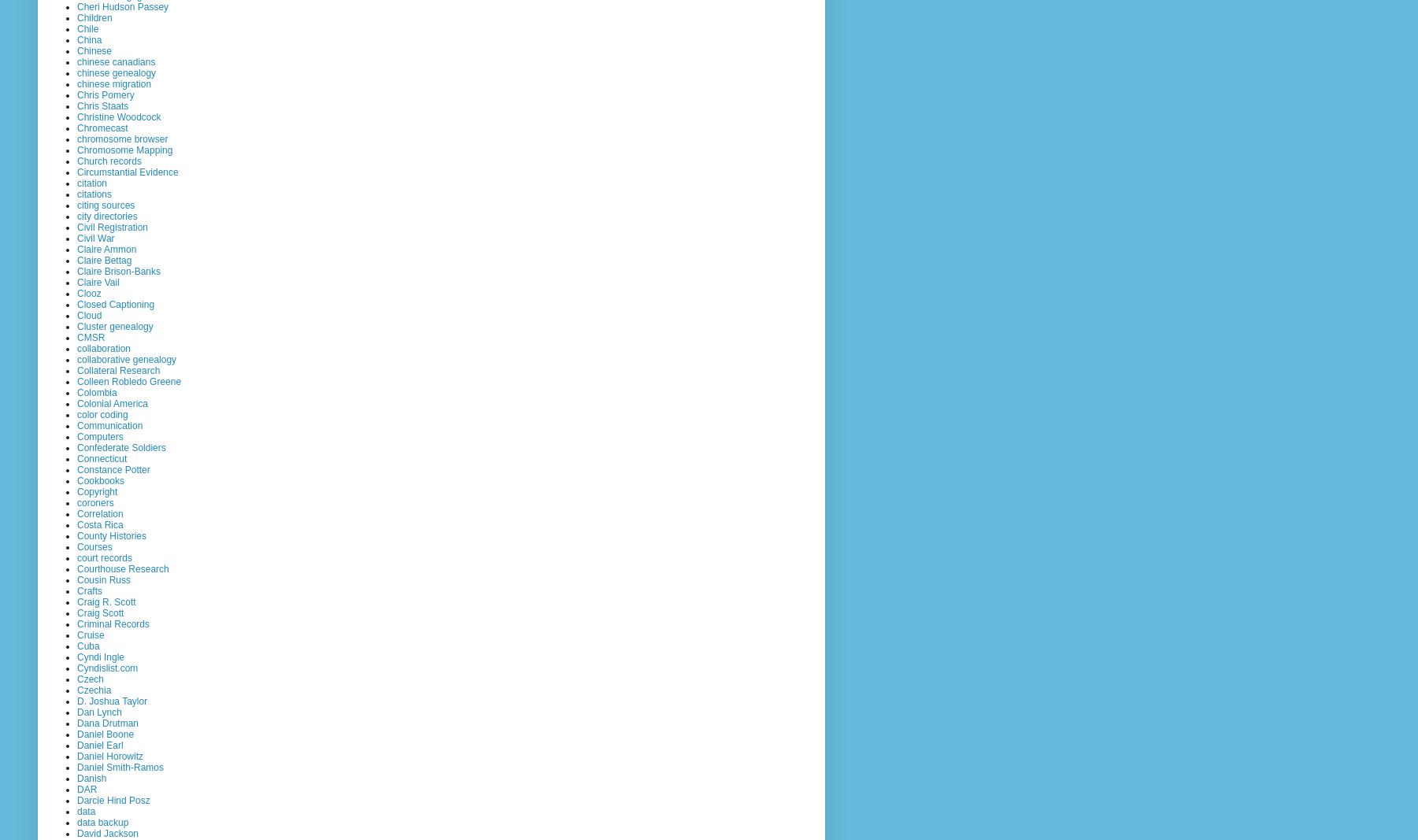 The width and height of the screenshot is (1418, 840). Describe the element at coordinates (120, 446) in the screenshot. I see `'Confederate Soldiers'` at that location.